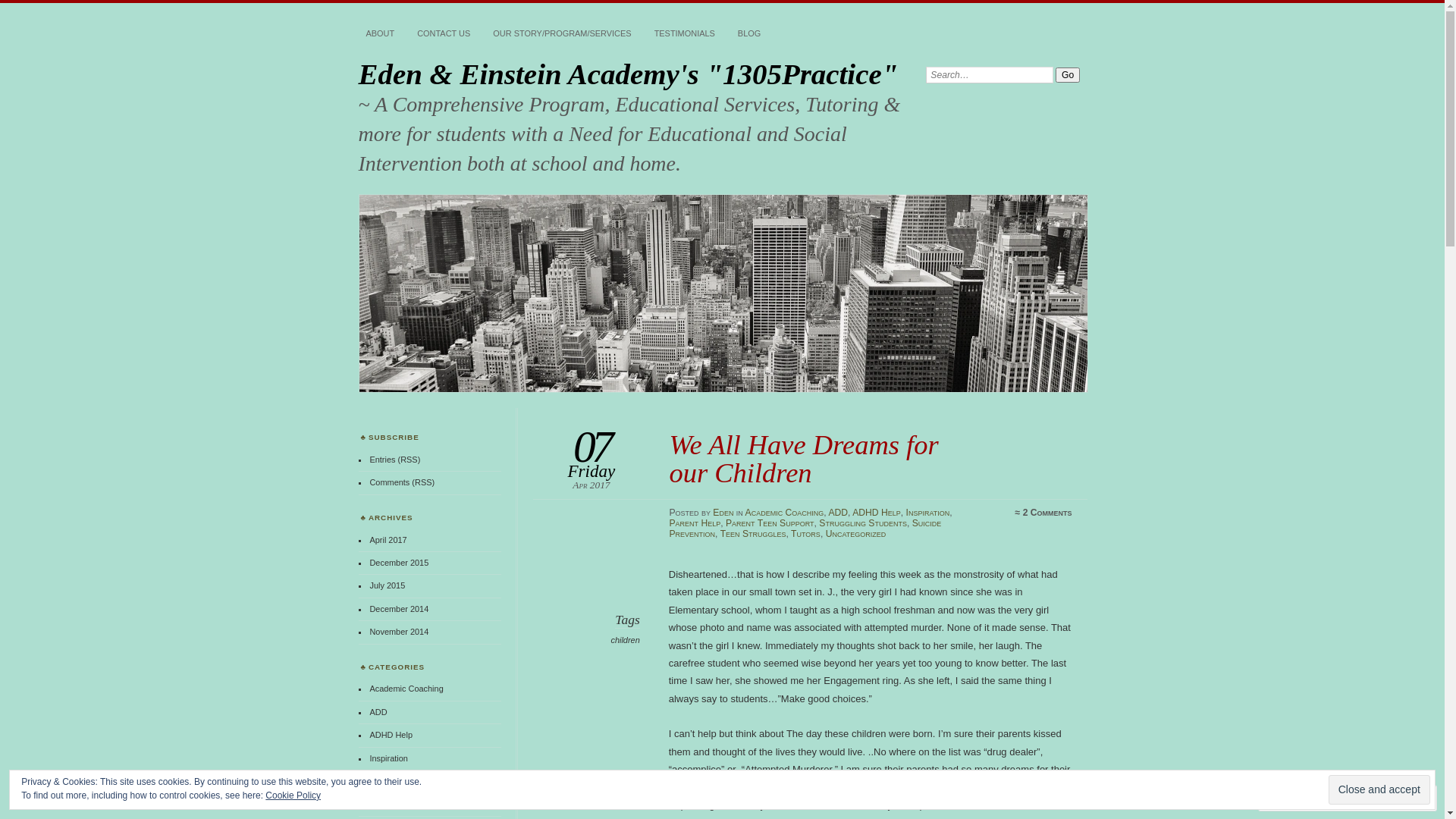 Image resolution: width=1456 pixels, height=819 pixels. Describe the element at coordinates (378, 711) in the screenshot. I see `'ADD'` at that location.